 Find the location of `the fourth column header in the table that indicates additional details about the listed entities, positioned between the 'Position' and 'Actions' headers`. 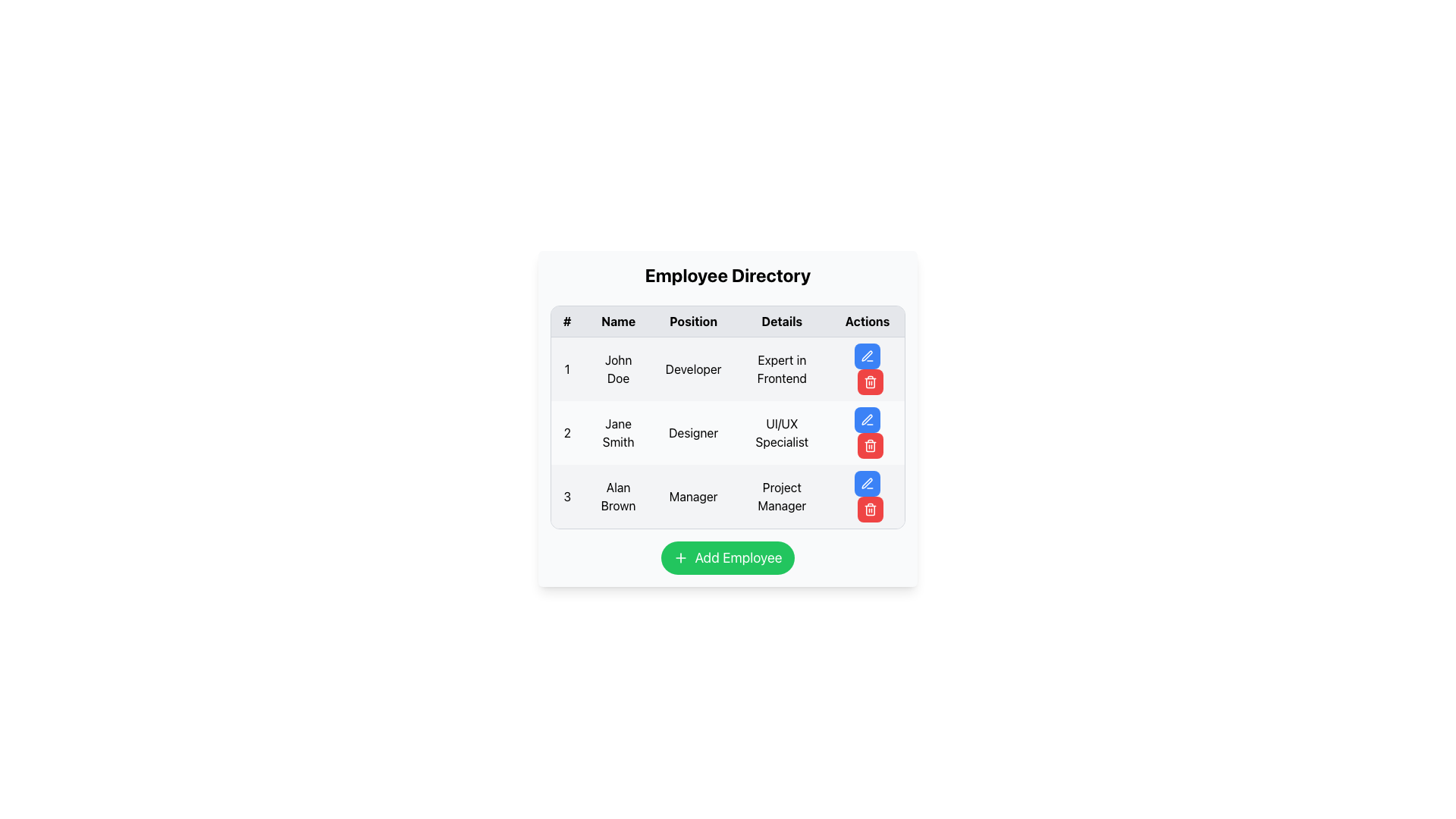

the fourth column header in the table that indicates additional details about the listed entities, positioned between the 'Position' and 'Actions' headers is located at coordinates (782, 321).